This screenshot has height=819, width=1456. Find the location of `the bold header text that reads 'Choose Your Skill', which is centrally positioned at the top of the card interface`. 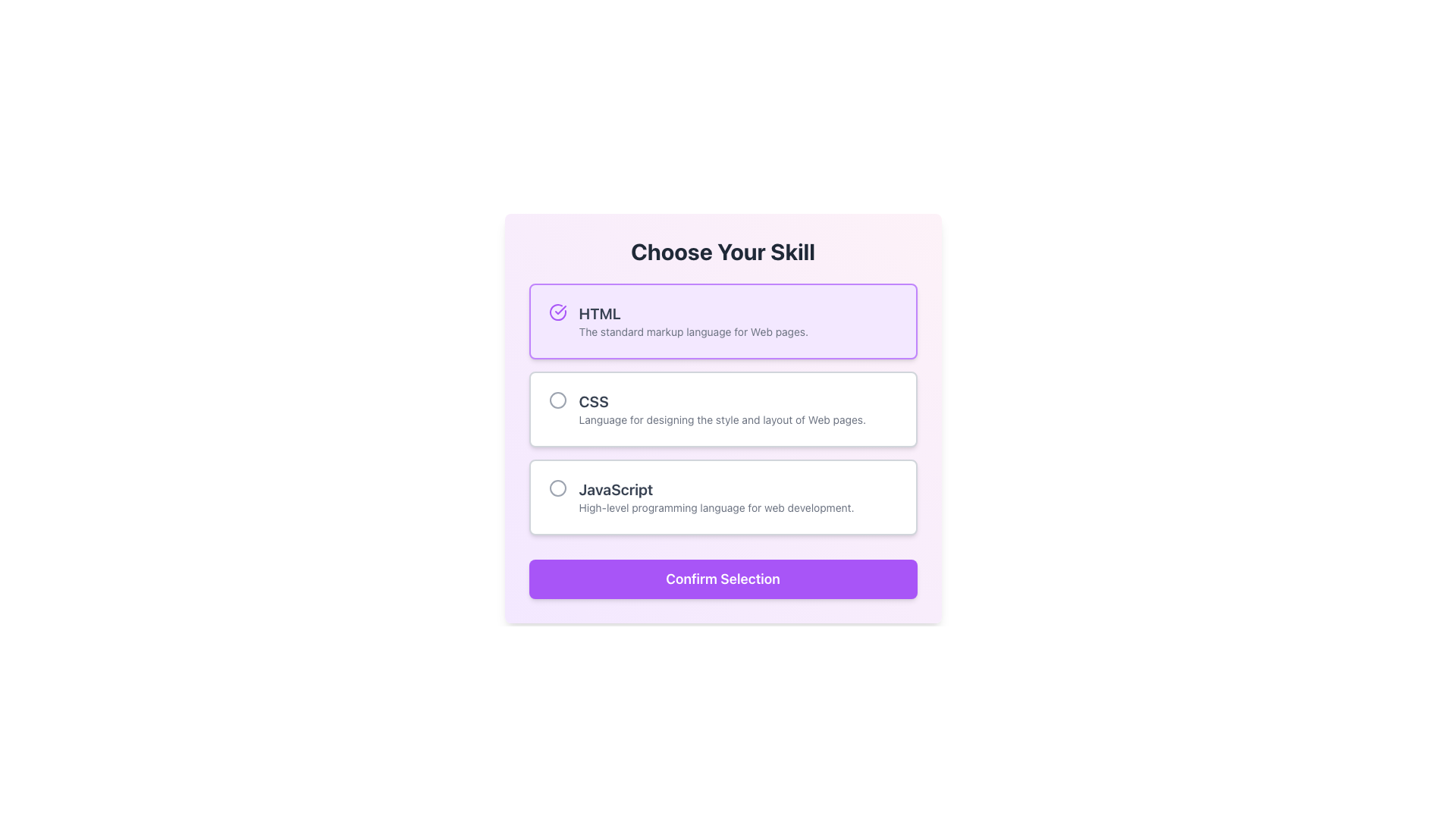

the bold header text that reads 'Choose Your Skill', which is centrally positioned at the top of the card interface is located at coordinates (722, 250).